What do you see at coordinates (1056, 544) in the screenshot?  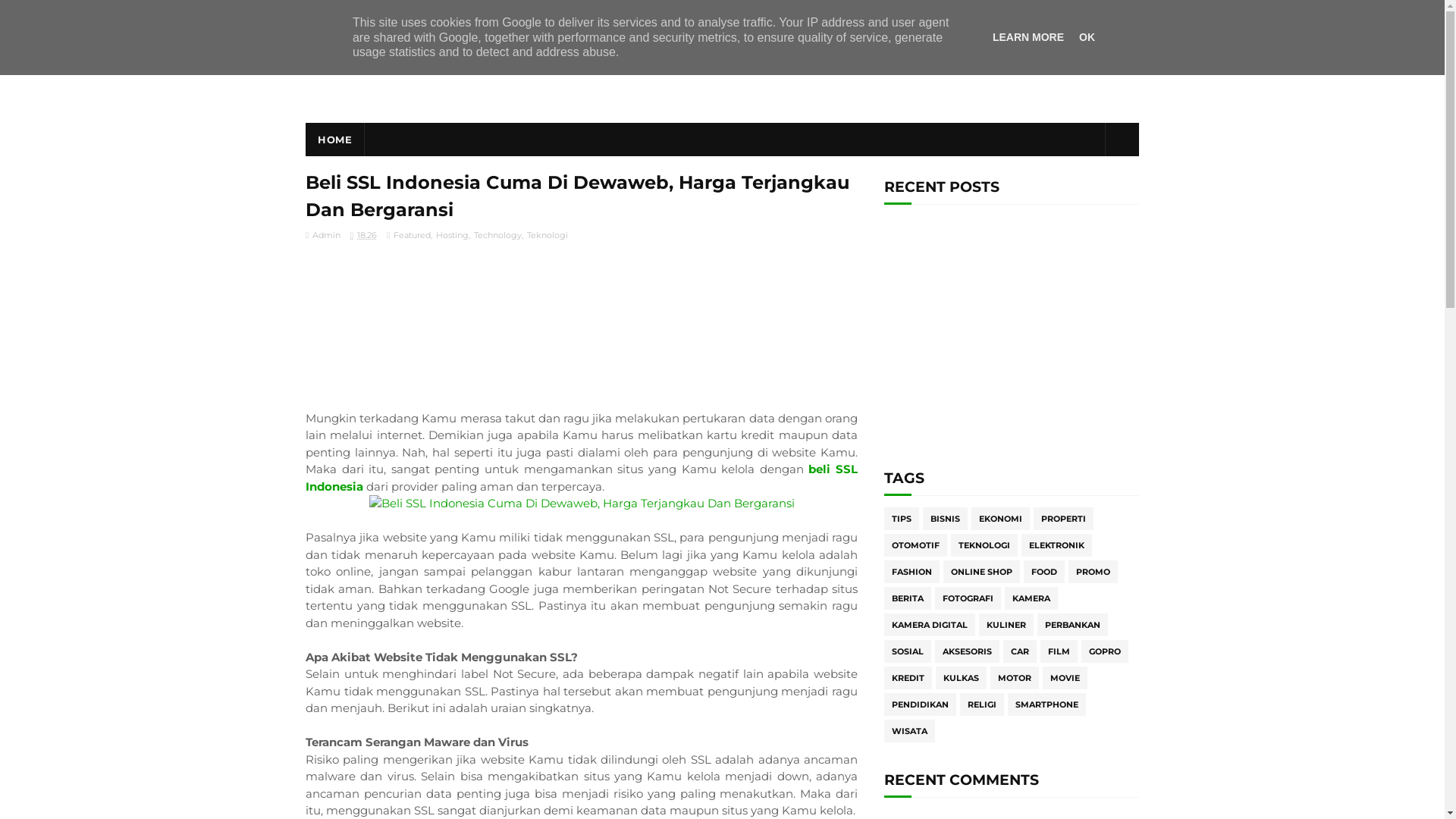 I see `'ELEKTRONIK'` at bounding box center [1056, 544].